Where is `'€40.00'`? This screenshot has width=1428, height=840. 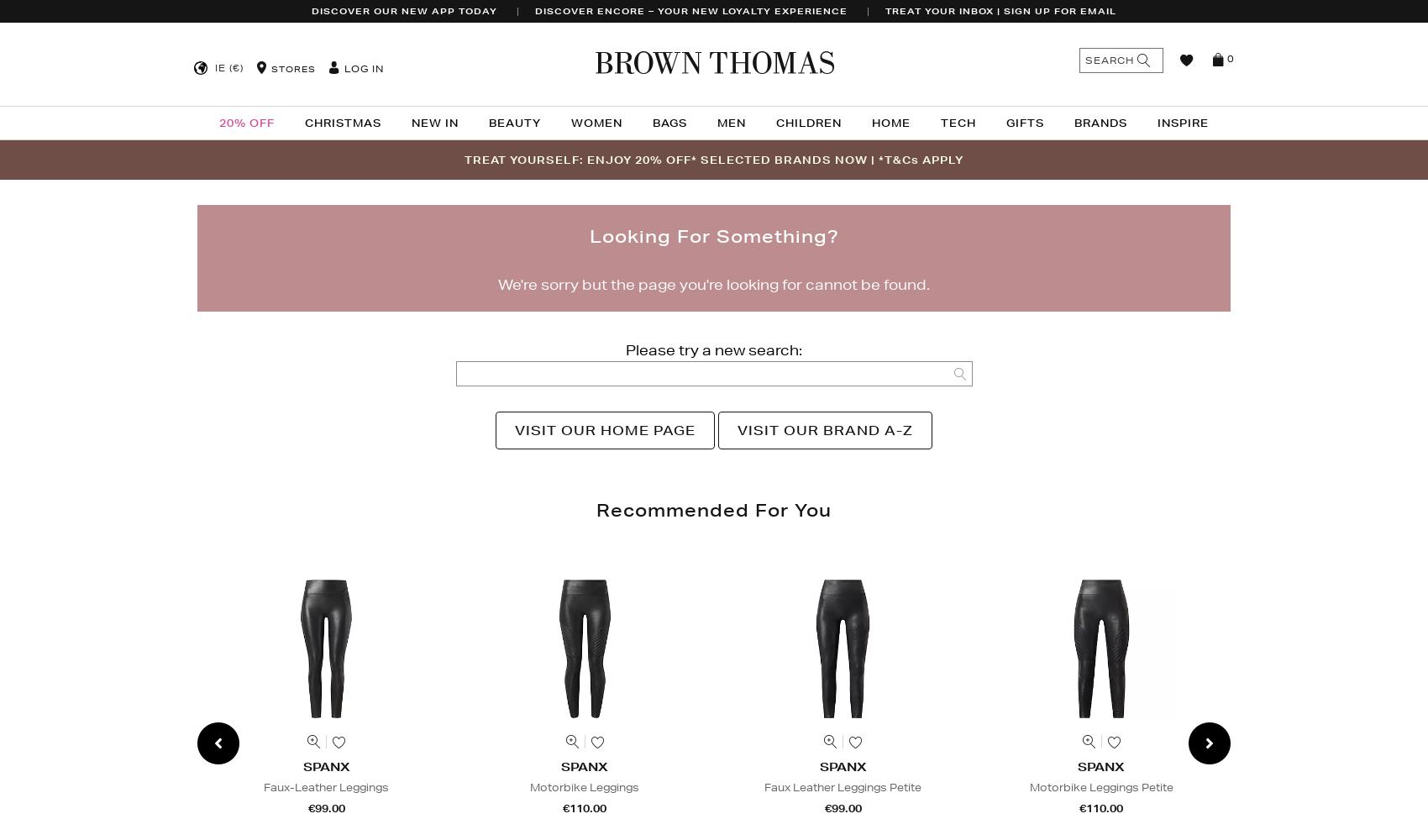
'€40.00' is located at coordinates (1358, 807).